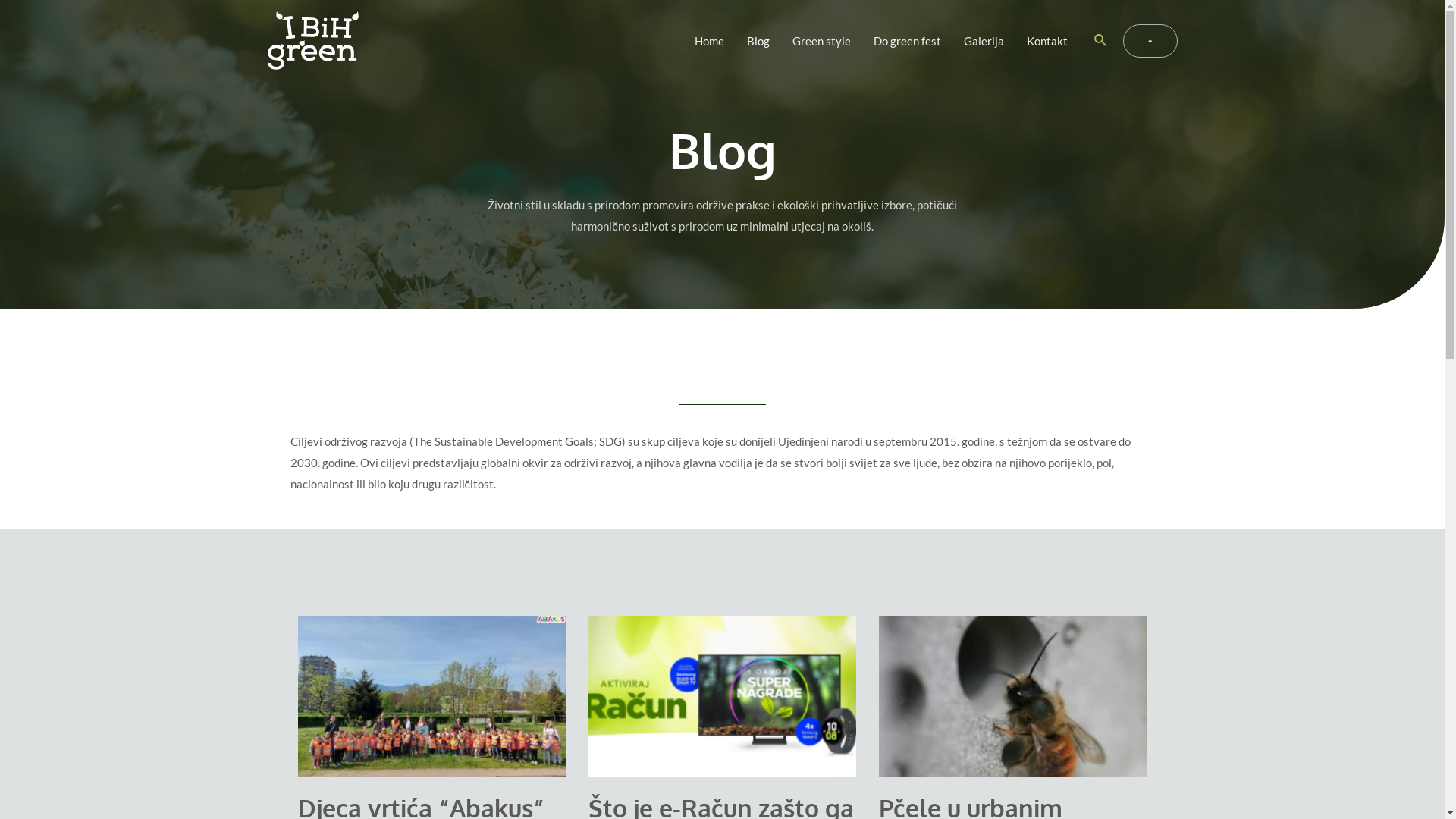 The image size is (1456, 819). What do you see at coordinates (735, 40) in the screenshot?
I see `'Blog'` at bounding box center [735, 40].